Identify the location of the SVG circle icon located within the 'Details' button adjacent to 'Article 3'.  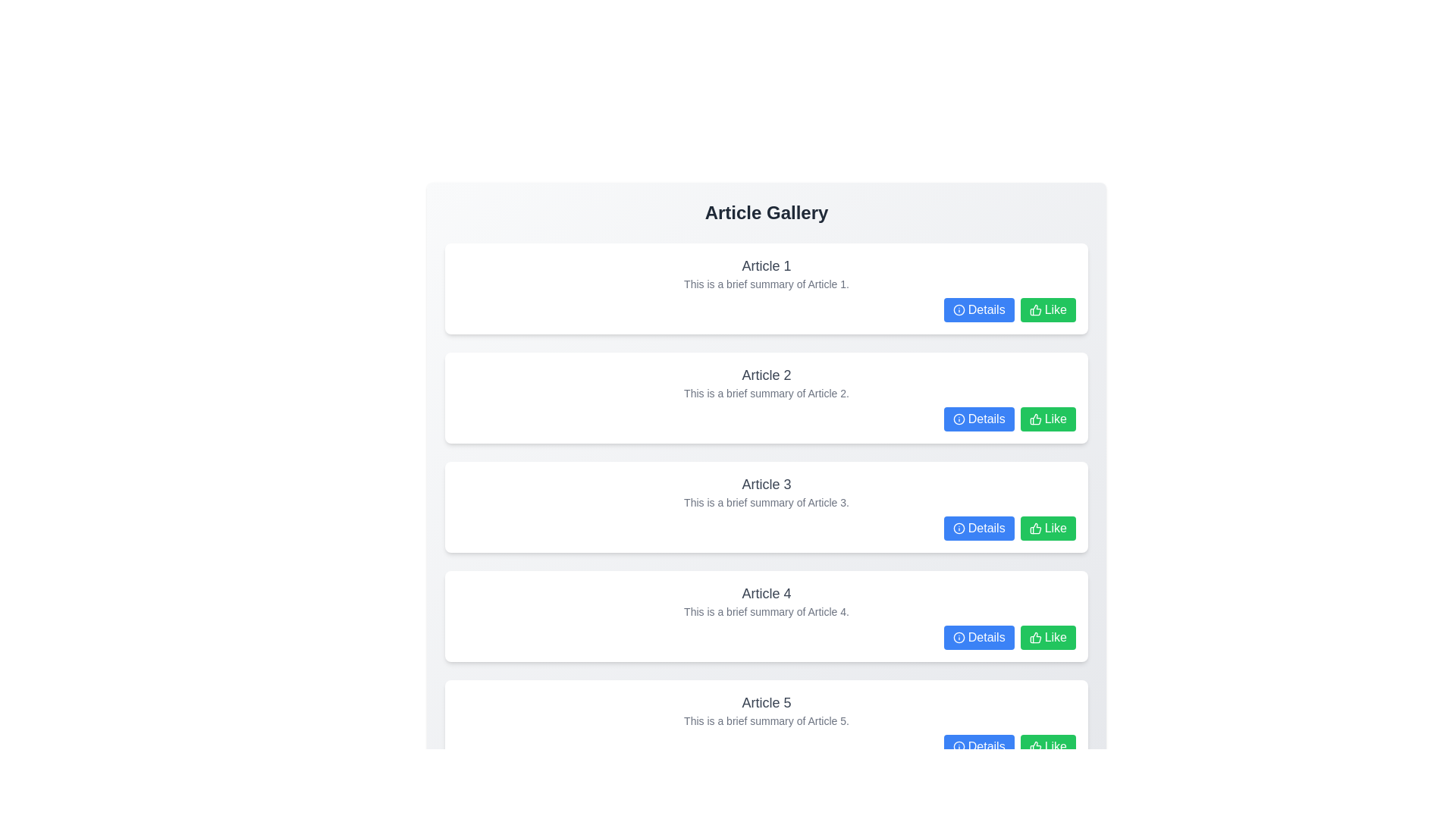
(958, 528).